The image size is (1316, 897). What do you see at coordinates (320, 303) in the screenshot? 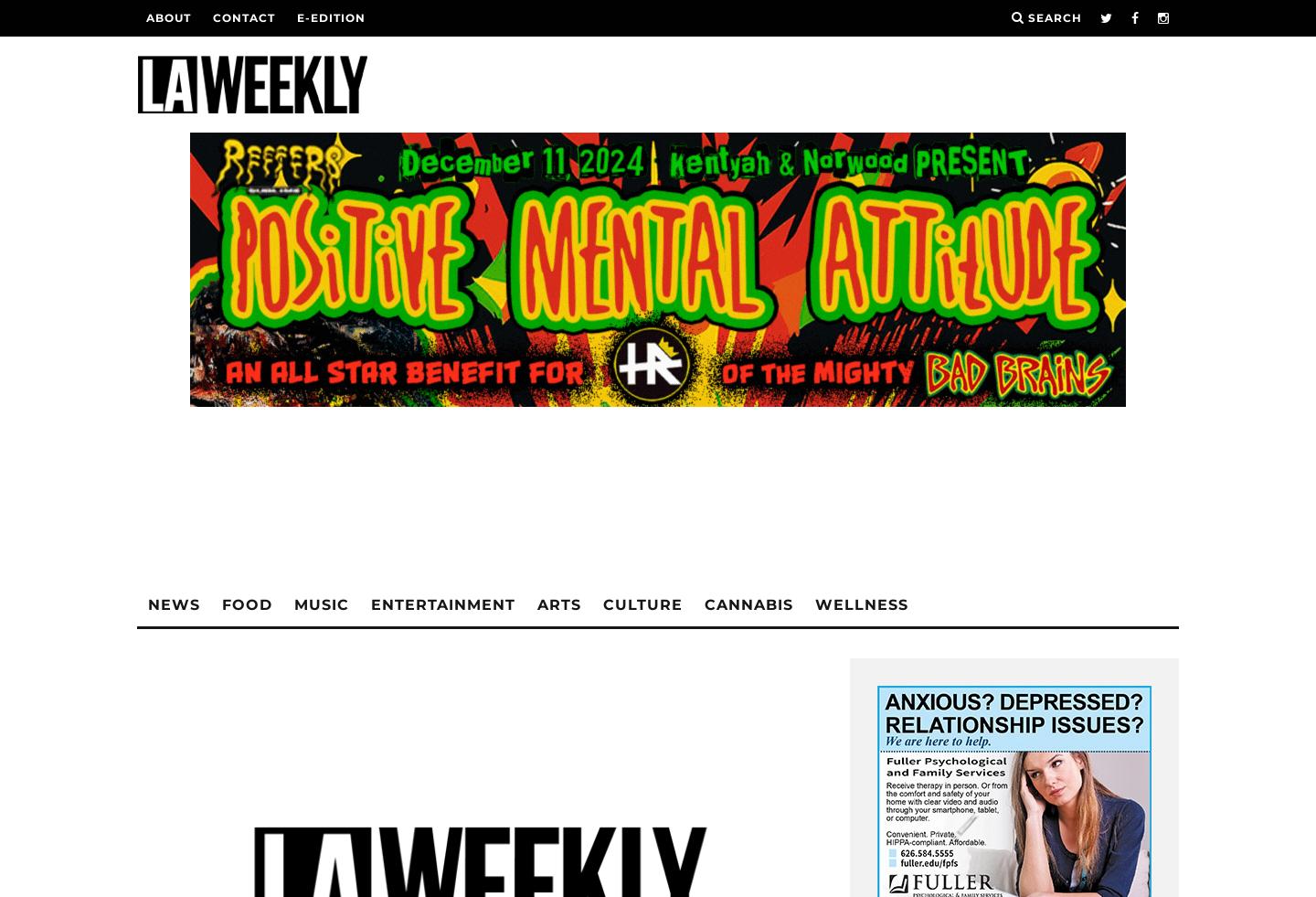
I see `'2017'` at bounding box center [320, 303].